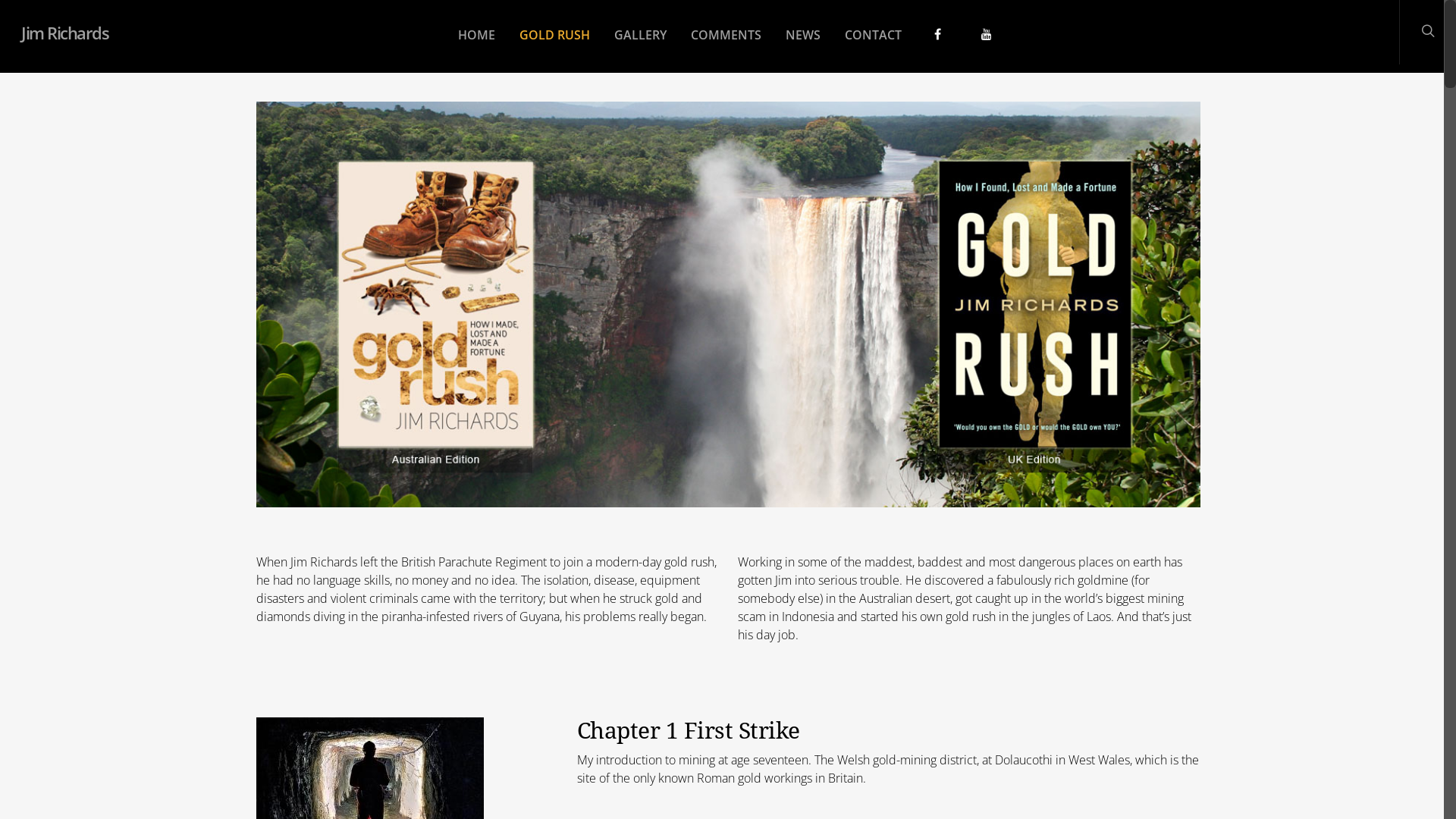  Describe the element at coordinates (64, 32) in the screenshot. I see `'Jim Richards'` at that location.